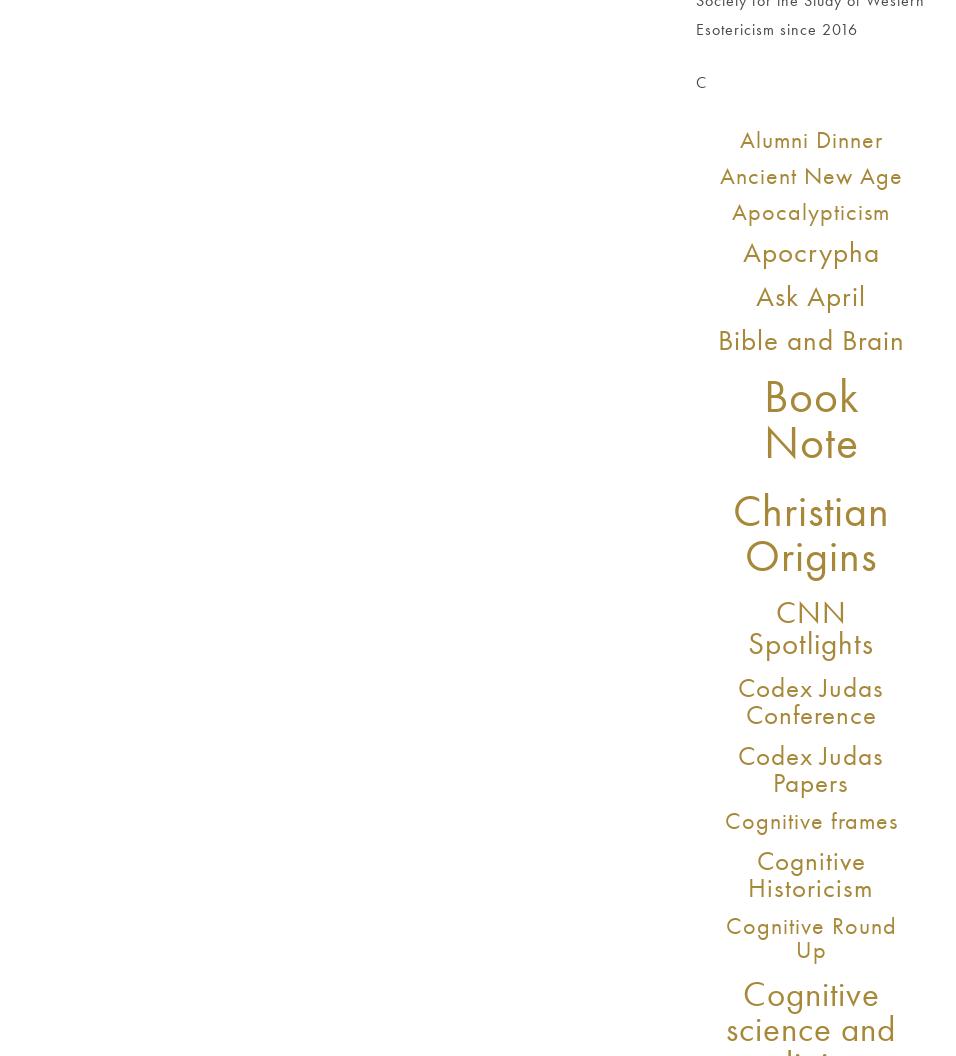 This screenshot has width=956, height=1056. I want to click on 'Bible and Brain', so click(809, 337).